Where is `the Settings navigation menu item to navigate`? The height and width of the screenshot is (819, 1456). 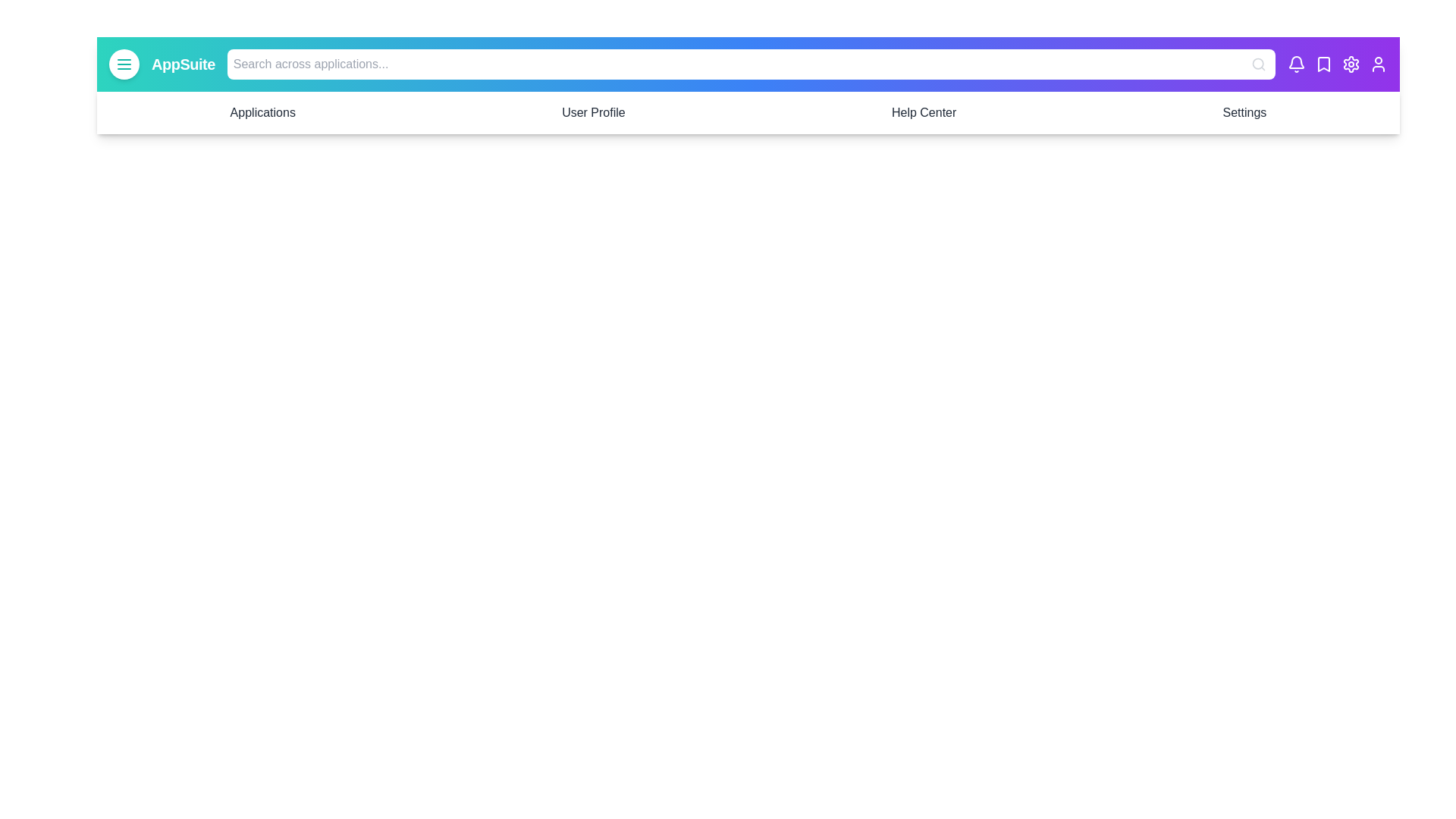 the Settings navigation menu item to navigate is located at coordinates (1244, 112).